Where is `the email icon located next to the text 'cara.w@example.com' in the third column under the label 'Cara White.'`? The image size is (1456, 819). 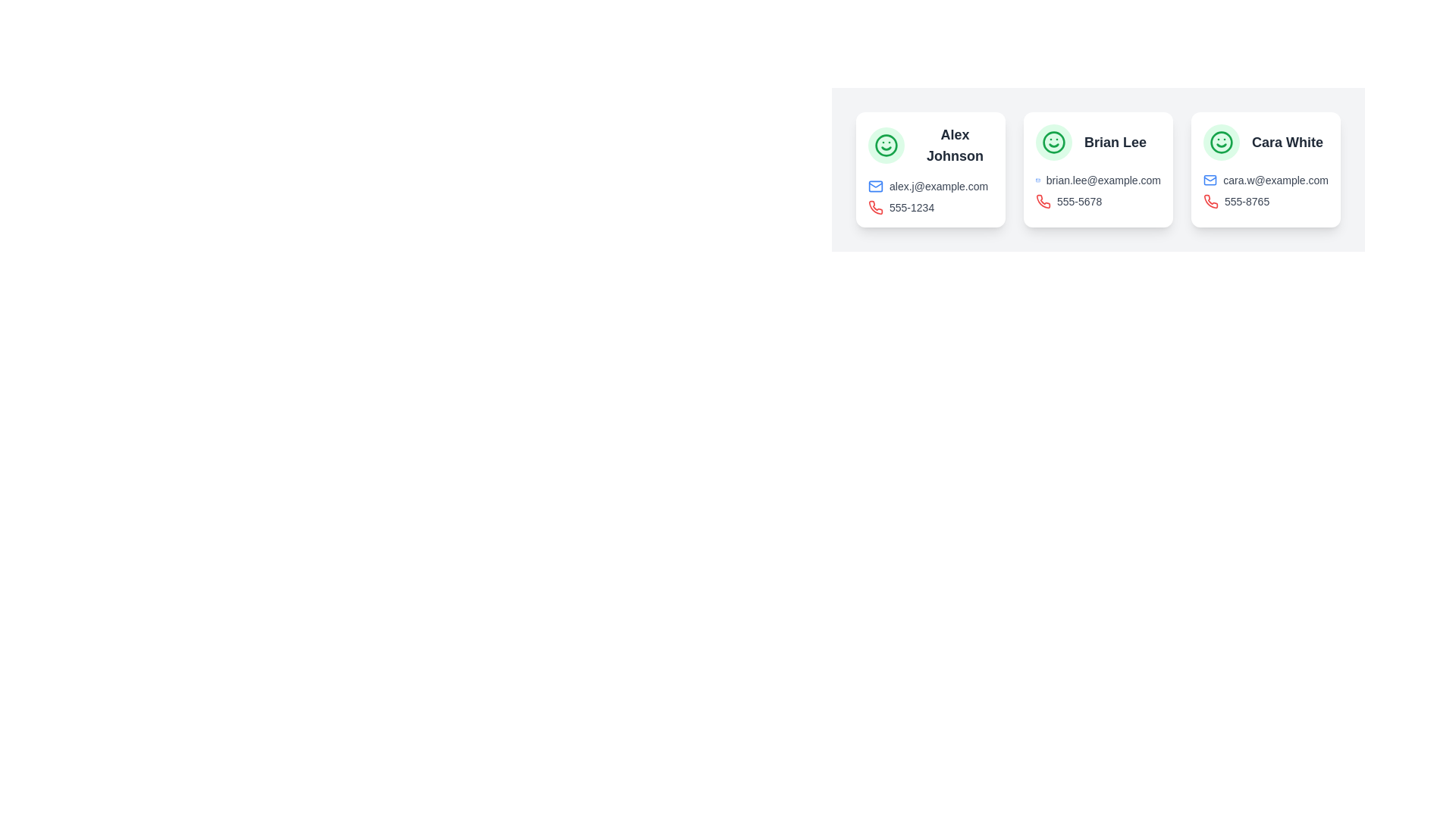 the email icon located next to the text 'cara.w@example.com' in the third column under the label 'Cara White.' is located at coordinates (1210, 180).